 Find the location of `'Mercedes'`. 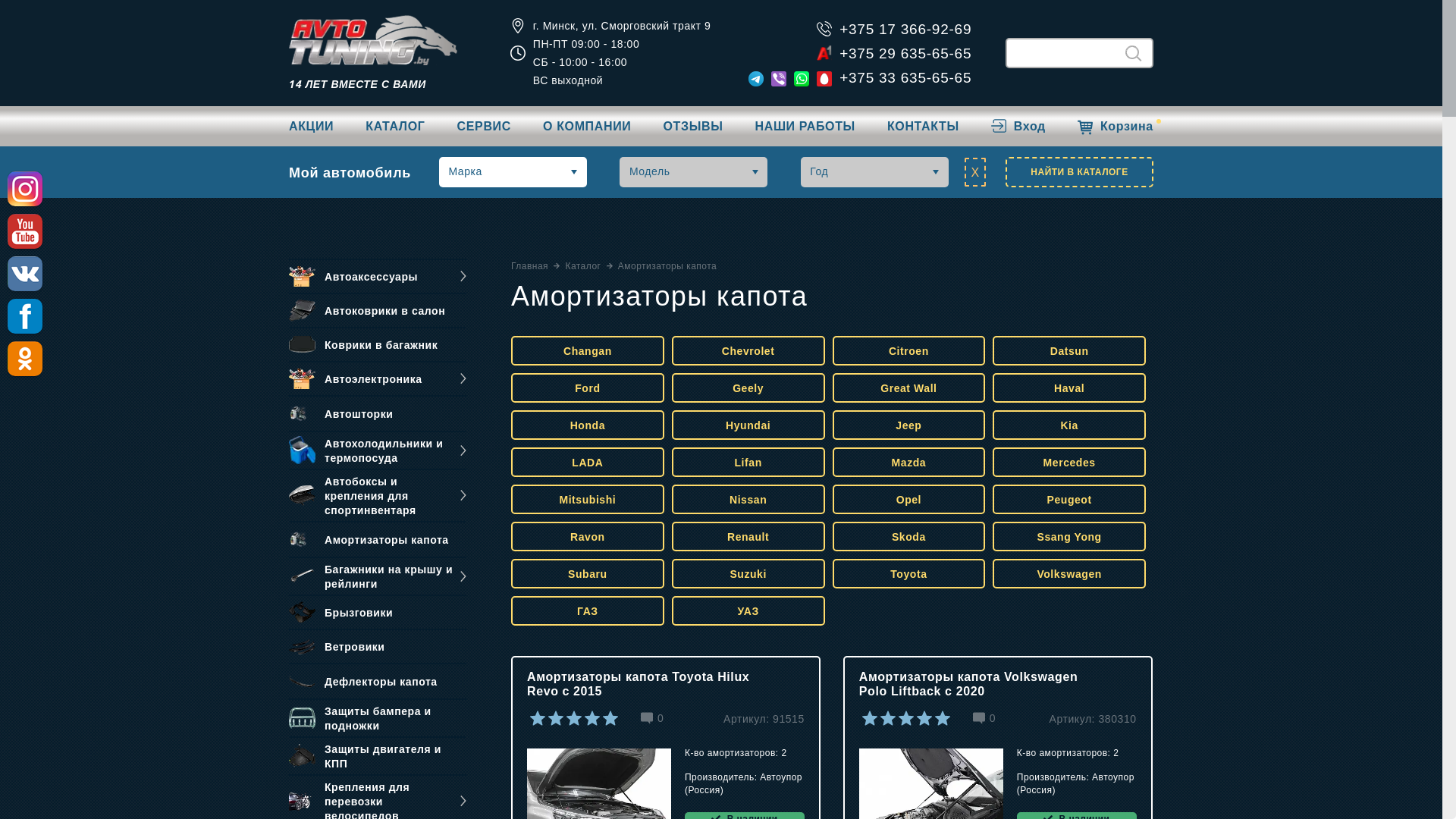

'Mercedes' is located at coordinates (1068, 461).